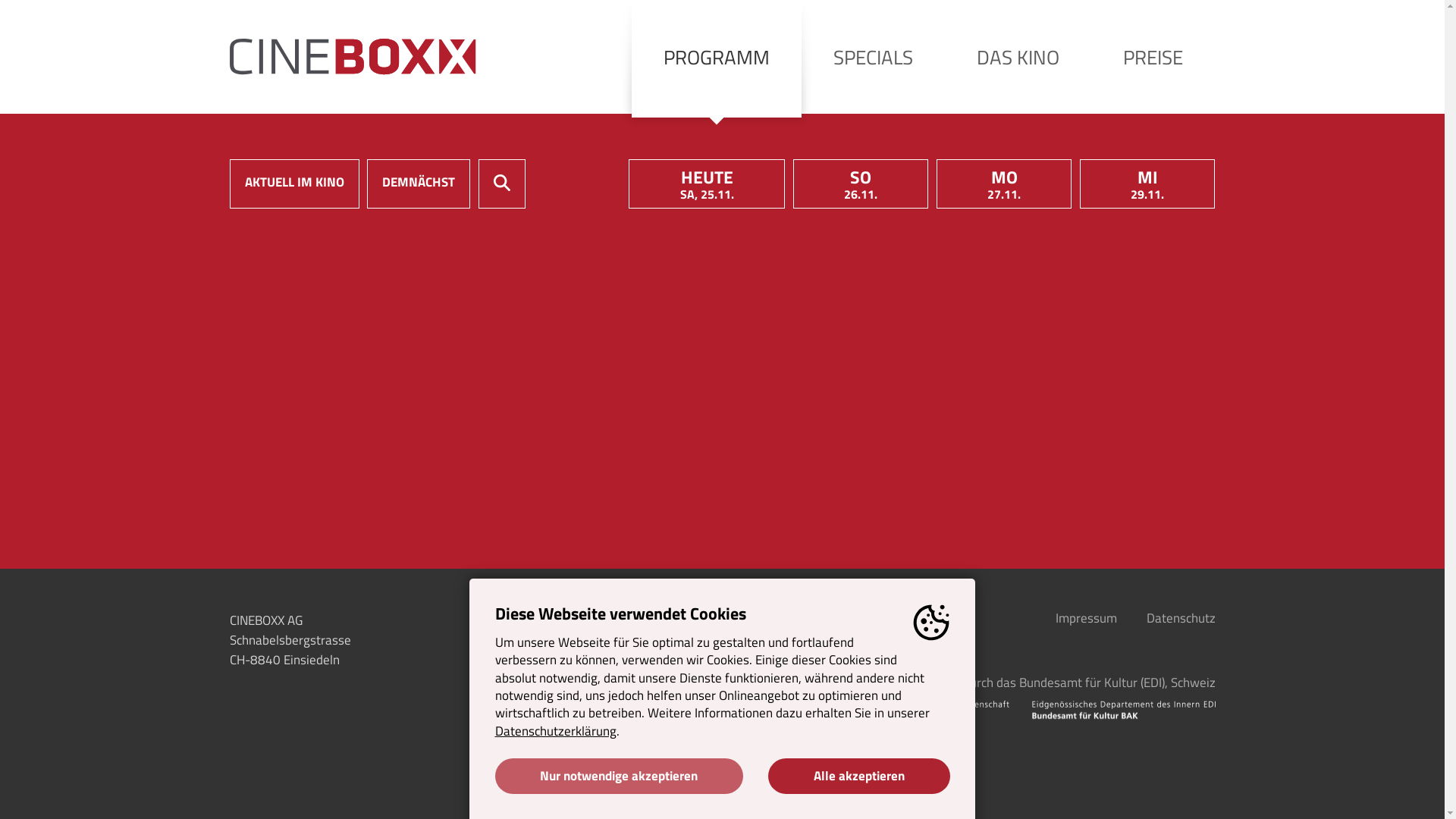  I want to click on 'SO, so click(861, 183).